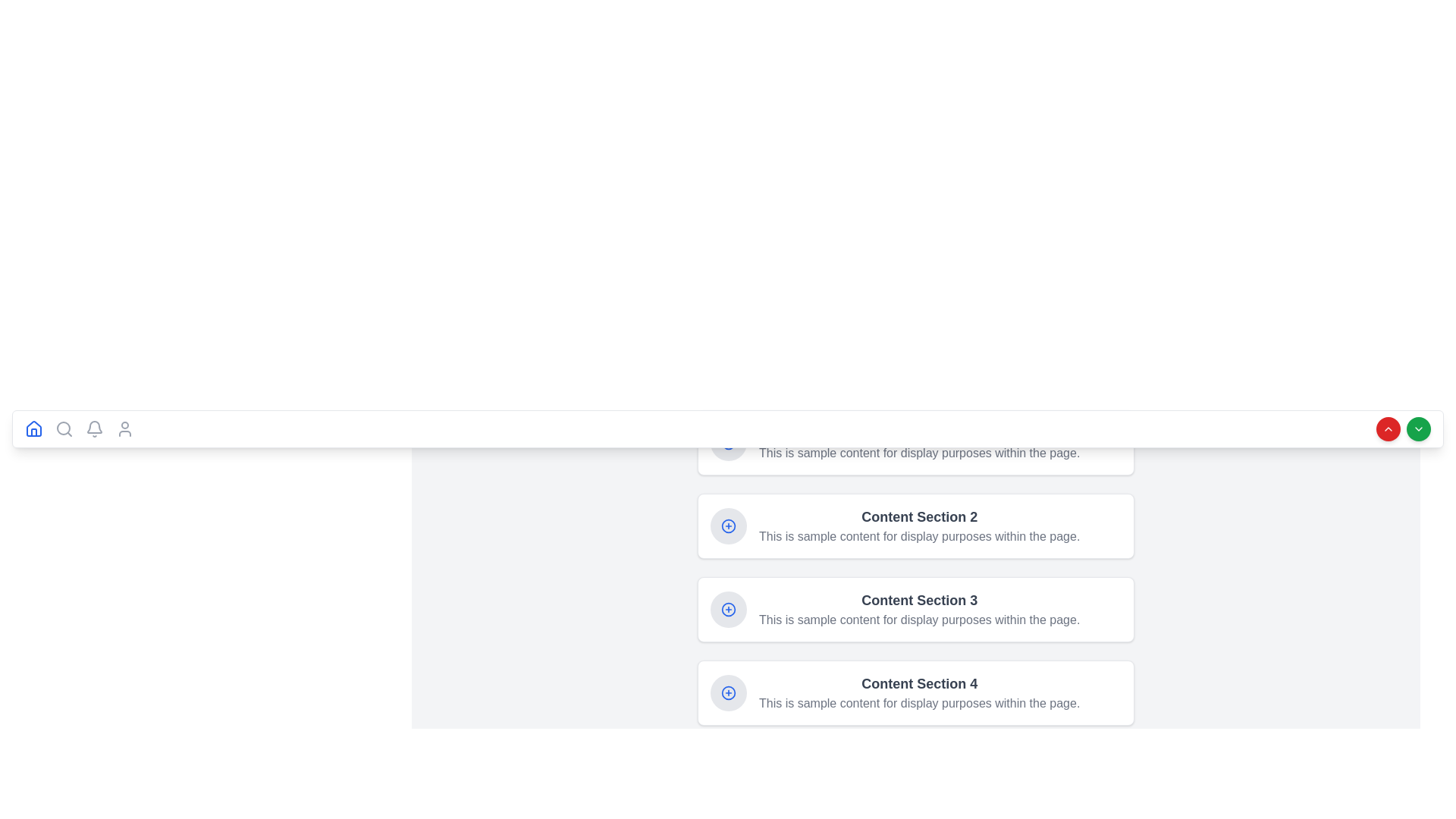  Describe the element at coordinates (728, 526) in the screenshot. I see `the interactive icon located on the left side of the 'Content Section 2' block` at that location.